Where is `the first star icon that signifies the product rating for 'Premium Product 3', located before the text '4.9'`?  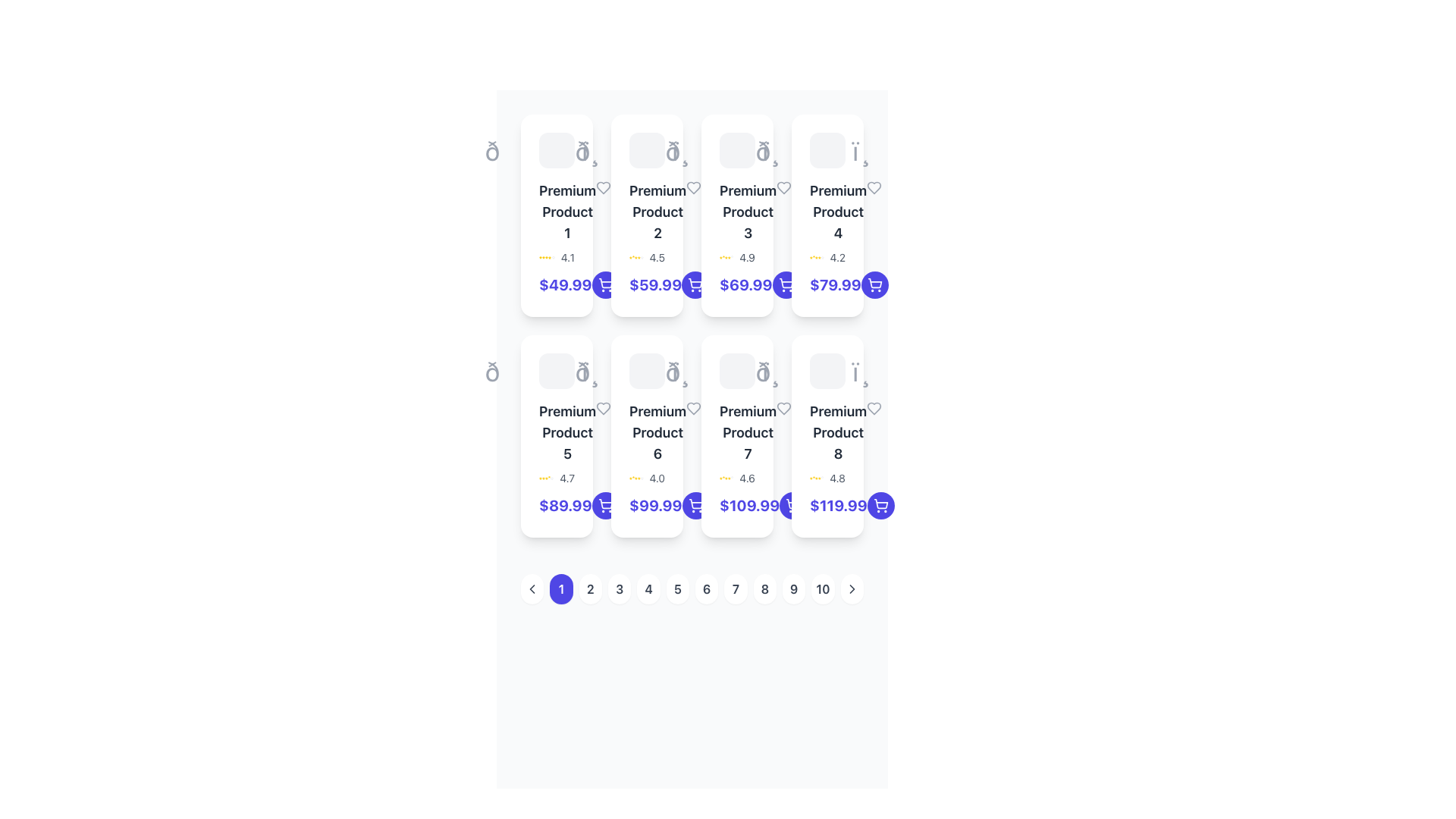 the first star icon that signifies the product rating for 'Premium Product 3', located before the text '4.9' is located at coordinates (720, 256).